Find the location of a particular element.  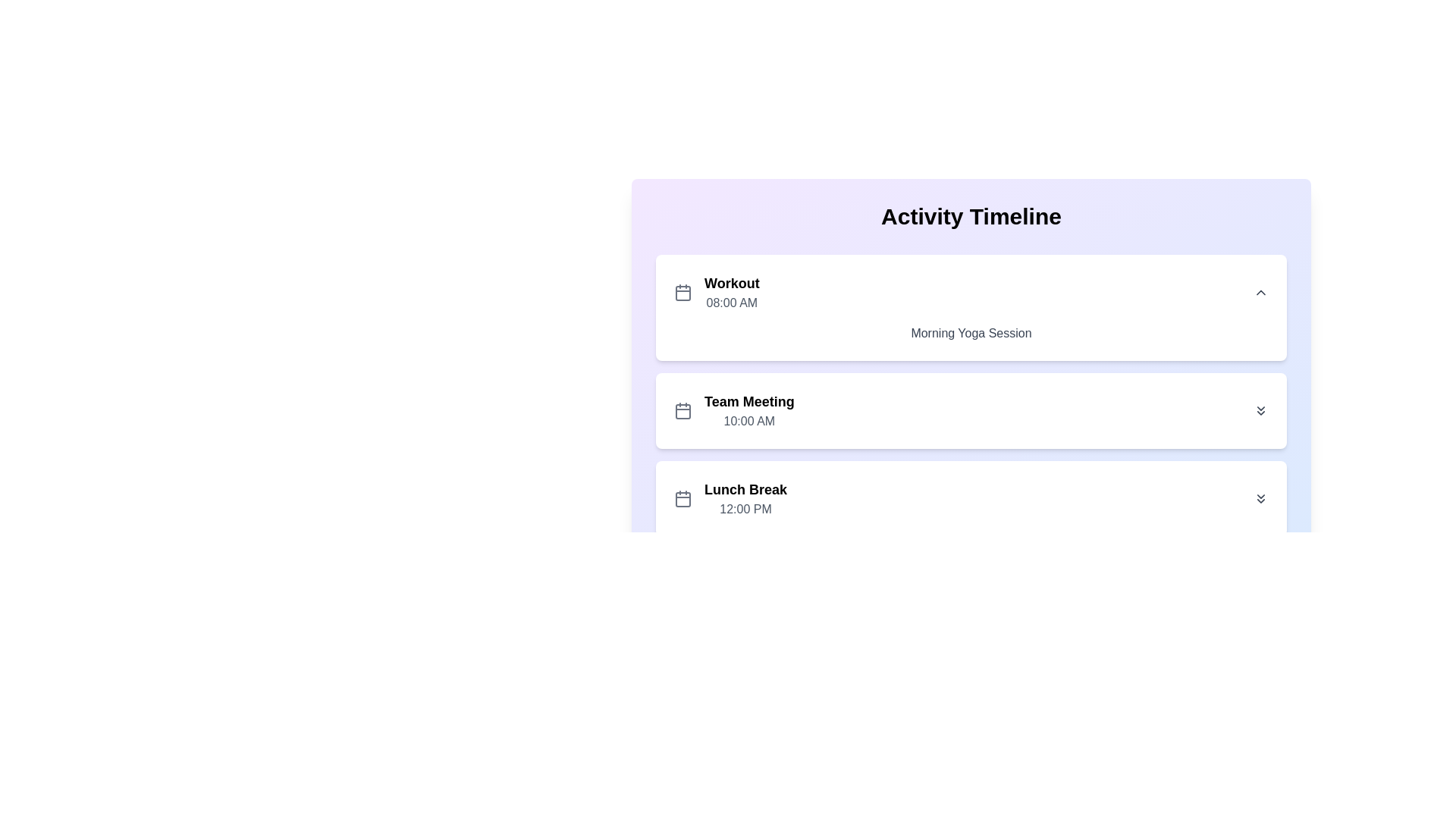

the second card in the vertical list of activities, which represents a scheduled meeting with its title and time, located below the 'Workout' activity and above the 'Lunch Break' activity is located at coordinates (734, 411).